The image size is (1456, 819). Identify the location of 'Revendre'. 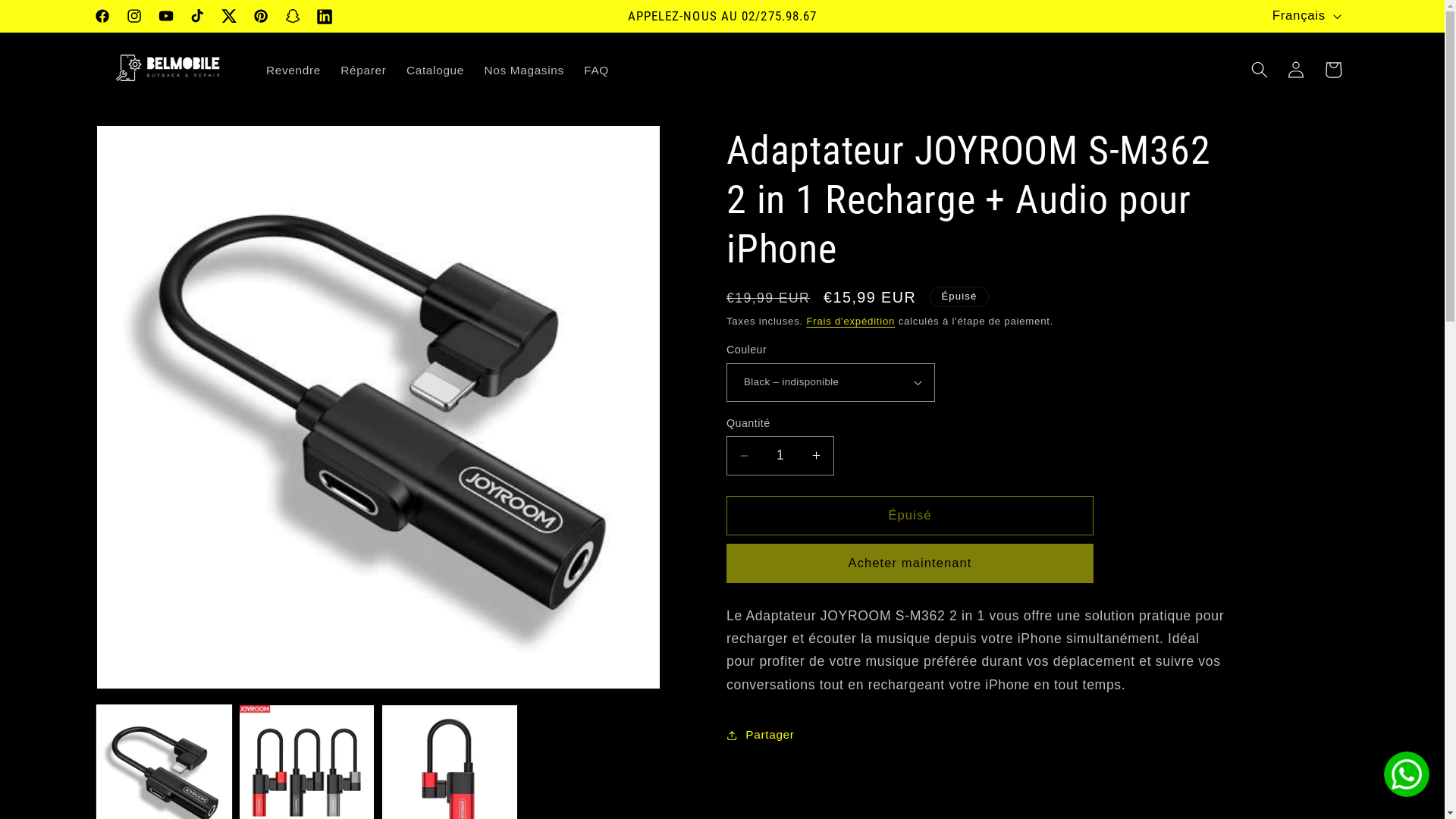
(293, 70).